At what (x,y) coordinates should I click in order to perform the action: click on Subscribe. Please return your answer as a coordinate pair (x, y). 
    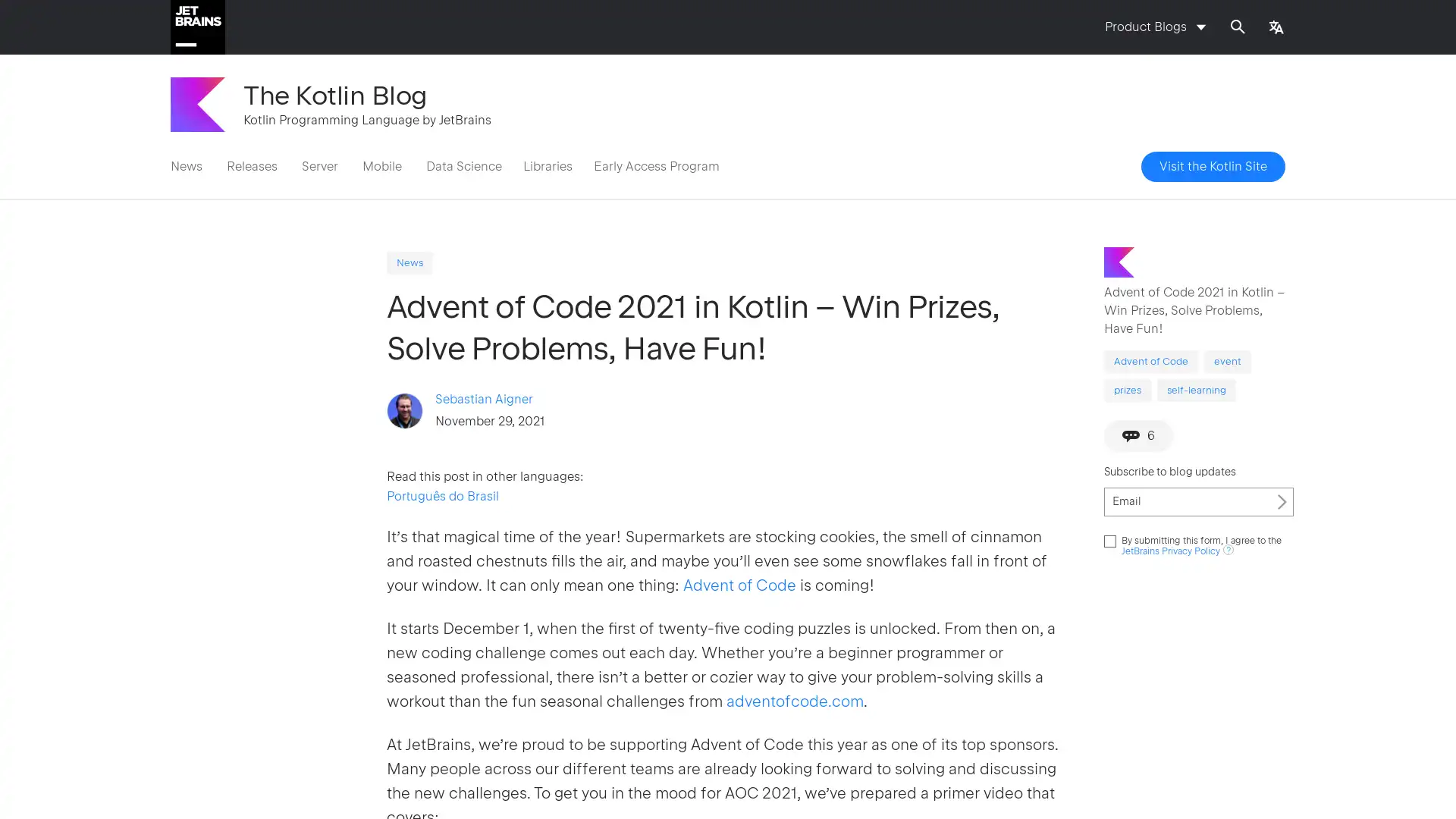
    Looking at the image, I should click on (1281, 500).